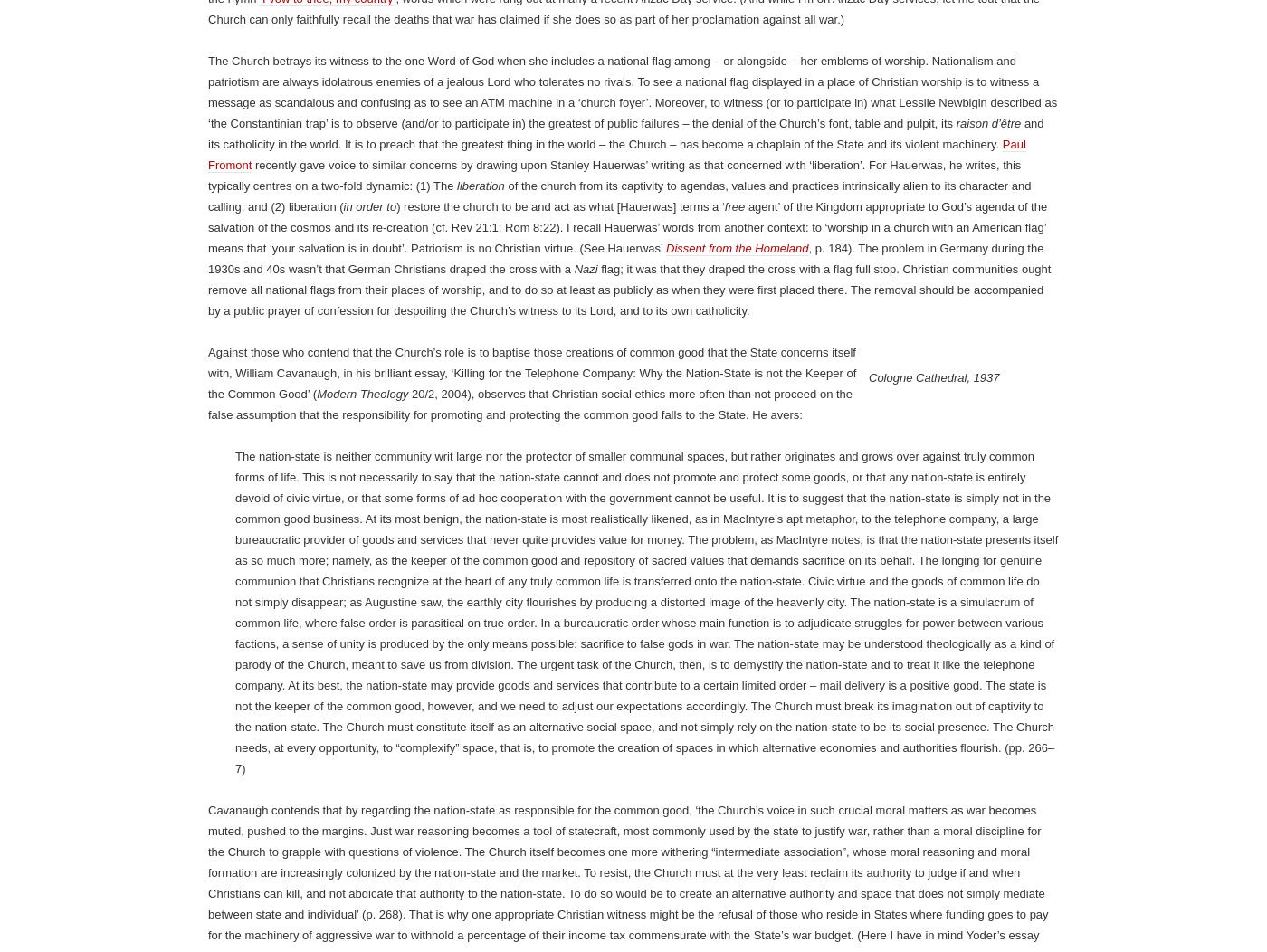 Image resolution: width=1267 pixels, height=952 pixels. What do you see at coordinates (387, 48) in the screenshot?
I see `';'` at bounding box center [387, 48].